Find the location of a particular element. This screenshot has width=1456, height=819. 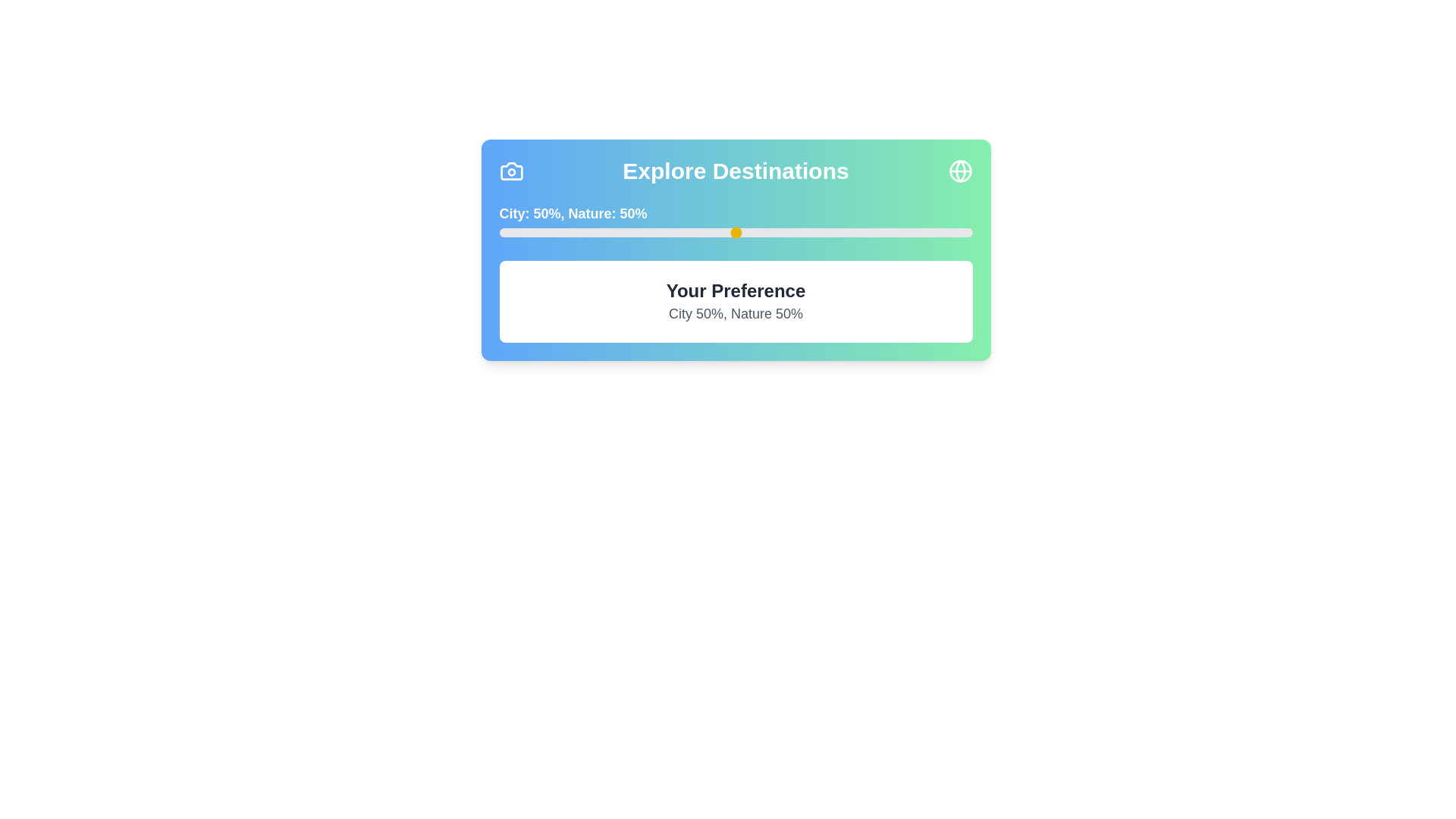

the slider to set the Nature preference to 4% is located at coordinates (518, 233).